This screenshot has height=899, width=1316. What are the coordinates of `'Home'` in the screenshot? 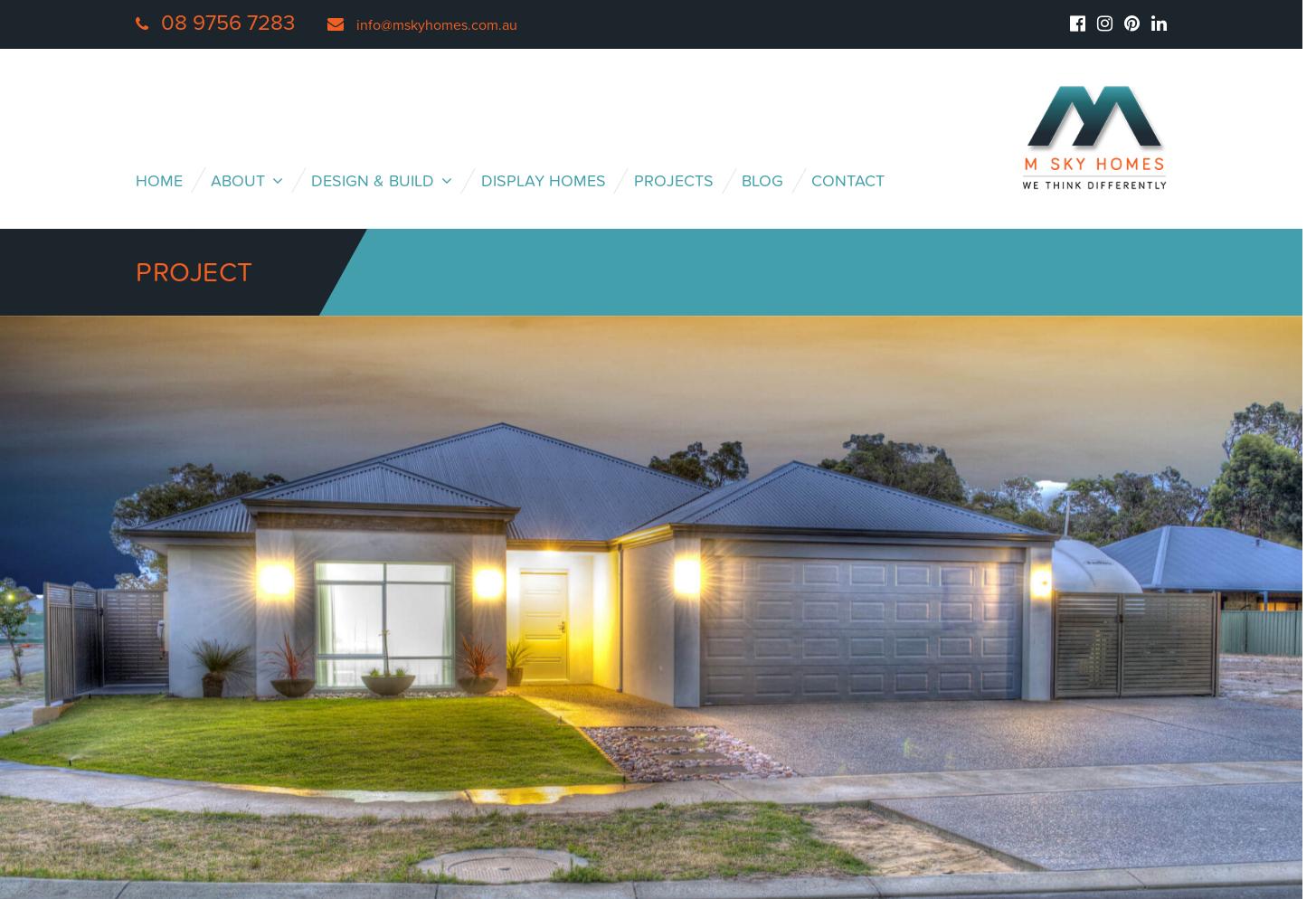 It's located at (159, 180).